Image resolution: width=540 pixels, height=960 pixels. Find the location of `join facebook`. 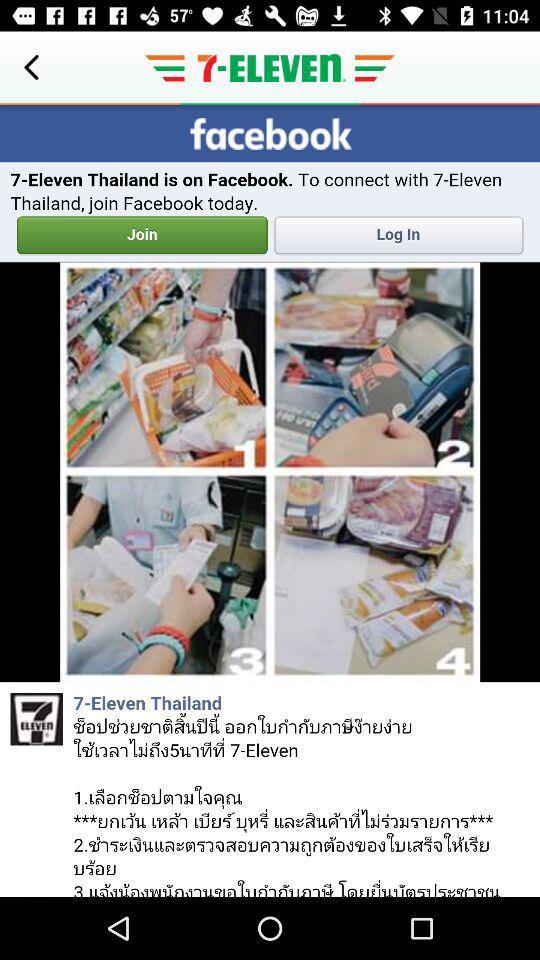

join facebook is located at coordinates (270, 500).